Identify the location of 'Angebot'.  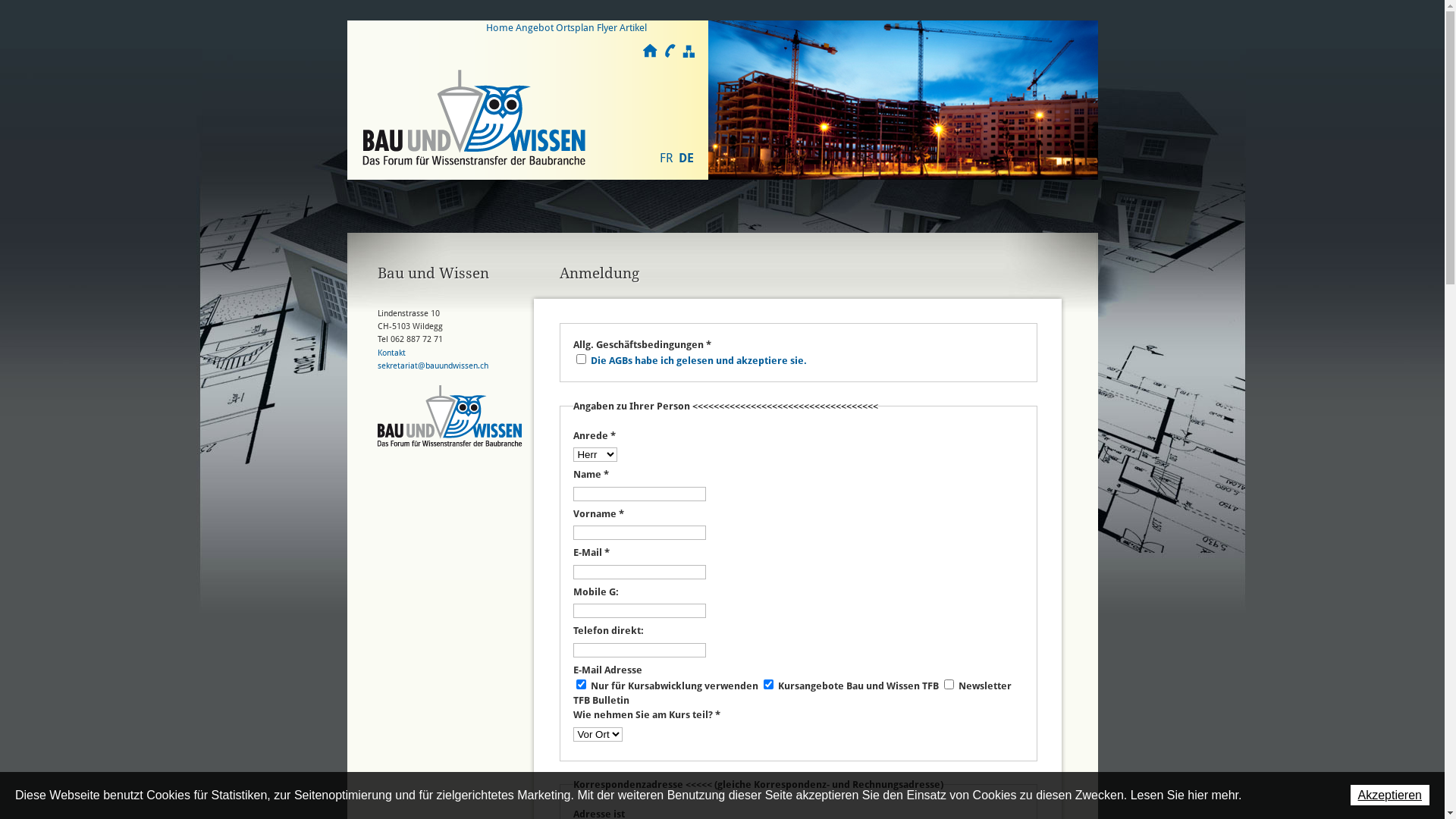
(535, 27).